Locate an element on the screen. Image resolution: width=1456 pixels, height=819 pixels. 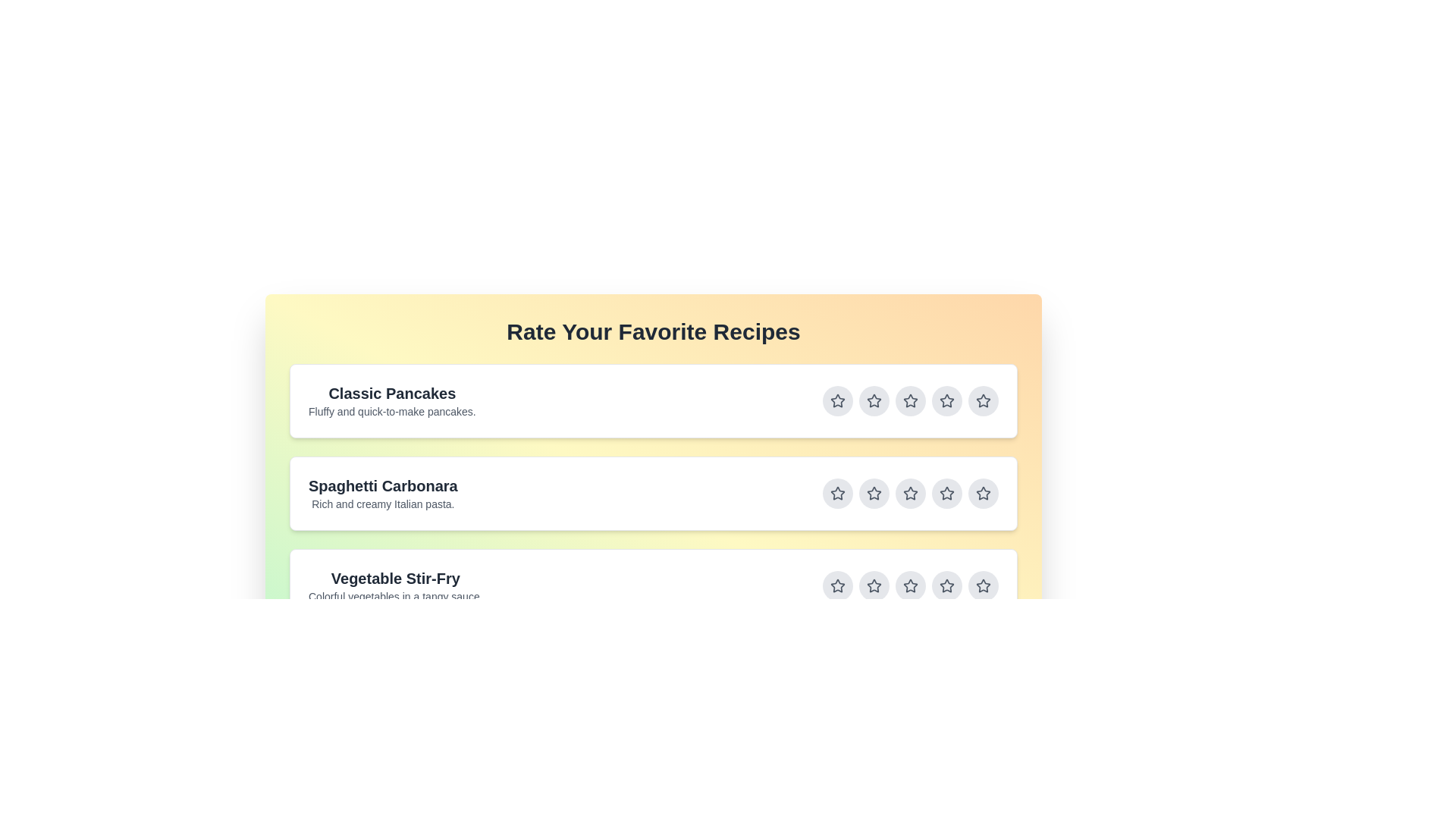
the star button for rating 4 of the recipe Vegetable Stir-Fry is located at coordinates (946, 585).